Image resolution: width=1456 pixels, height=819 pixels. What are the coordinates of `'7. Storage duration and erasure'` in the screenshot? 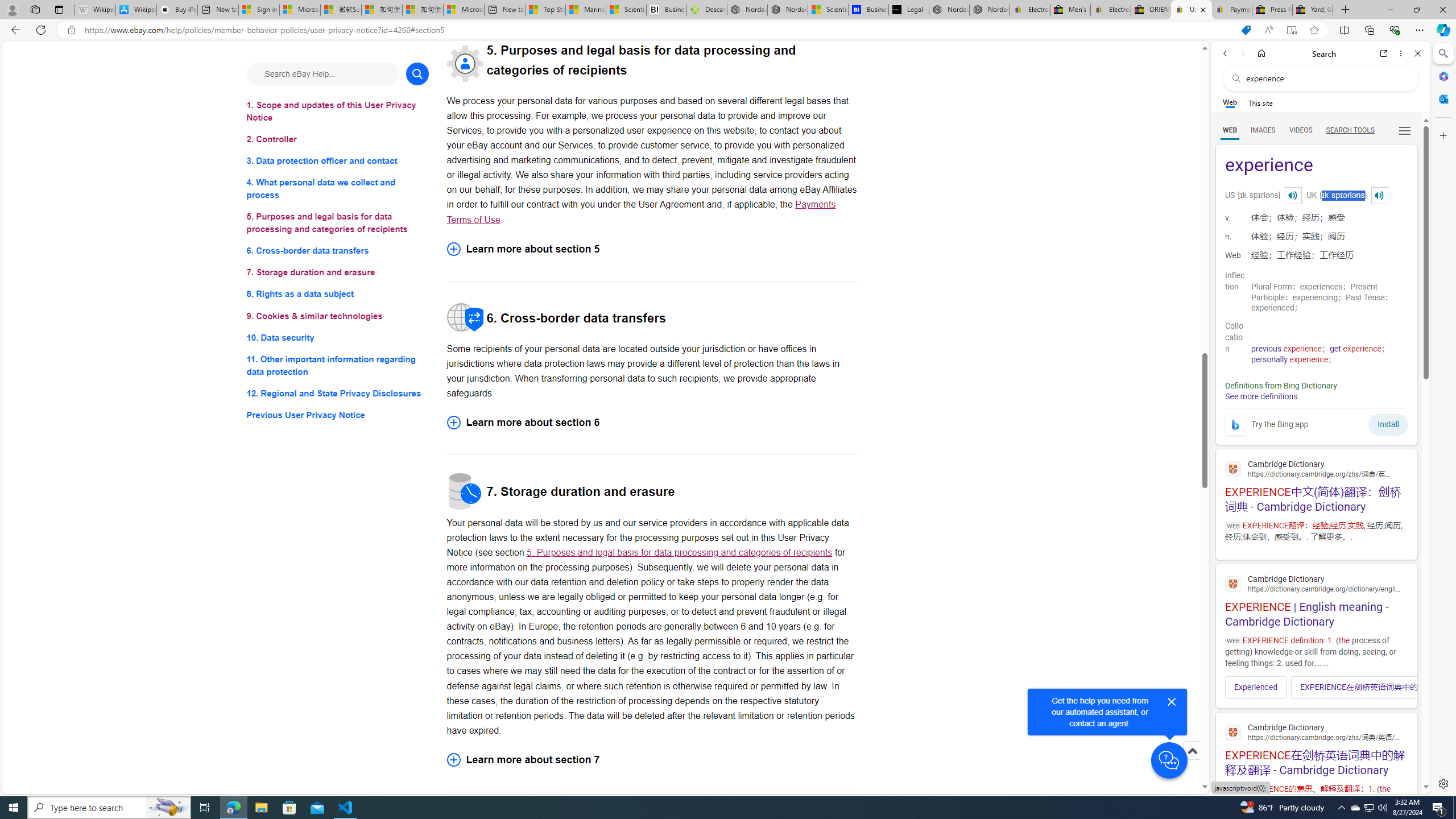 It's located at (337, 272).